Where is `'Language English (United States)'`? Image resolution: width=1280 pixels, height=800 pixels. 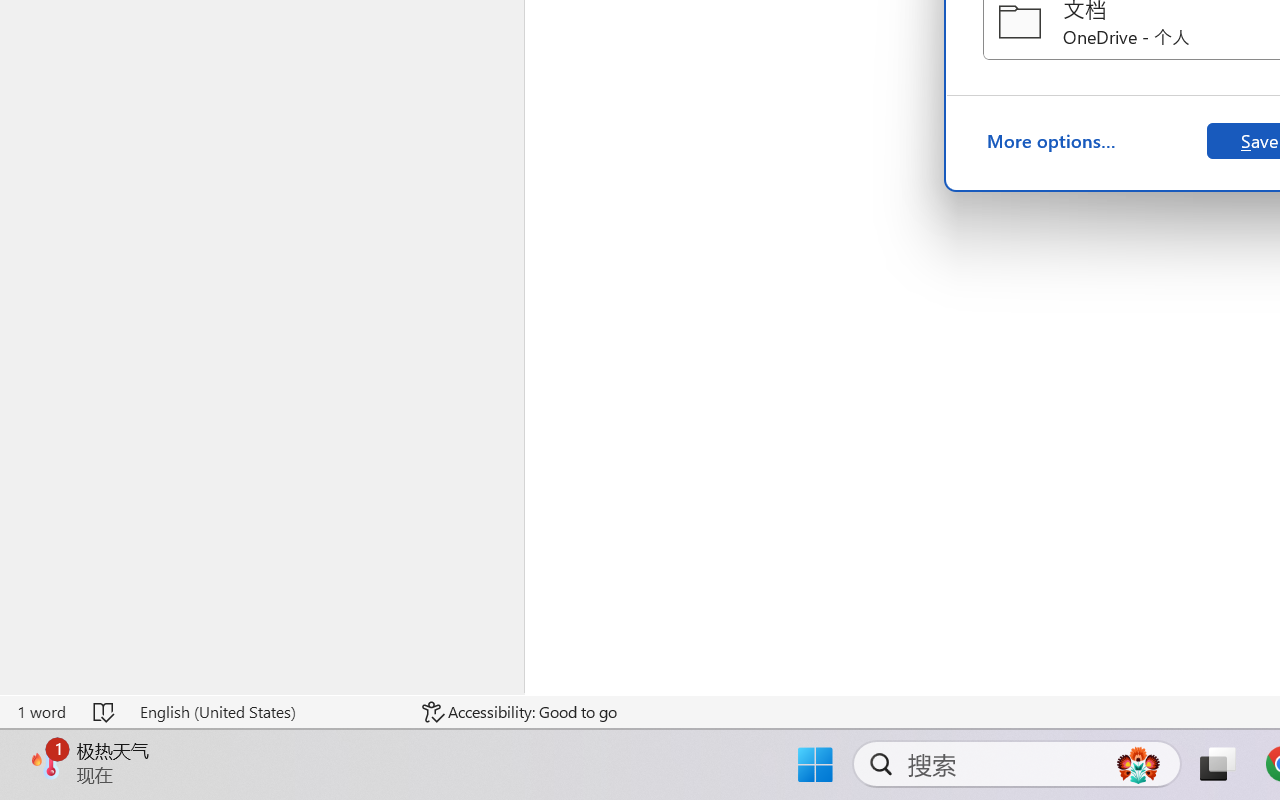
'Language English (United States)' is located at coordinates (266, 711).